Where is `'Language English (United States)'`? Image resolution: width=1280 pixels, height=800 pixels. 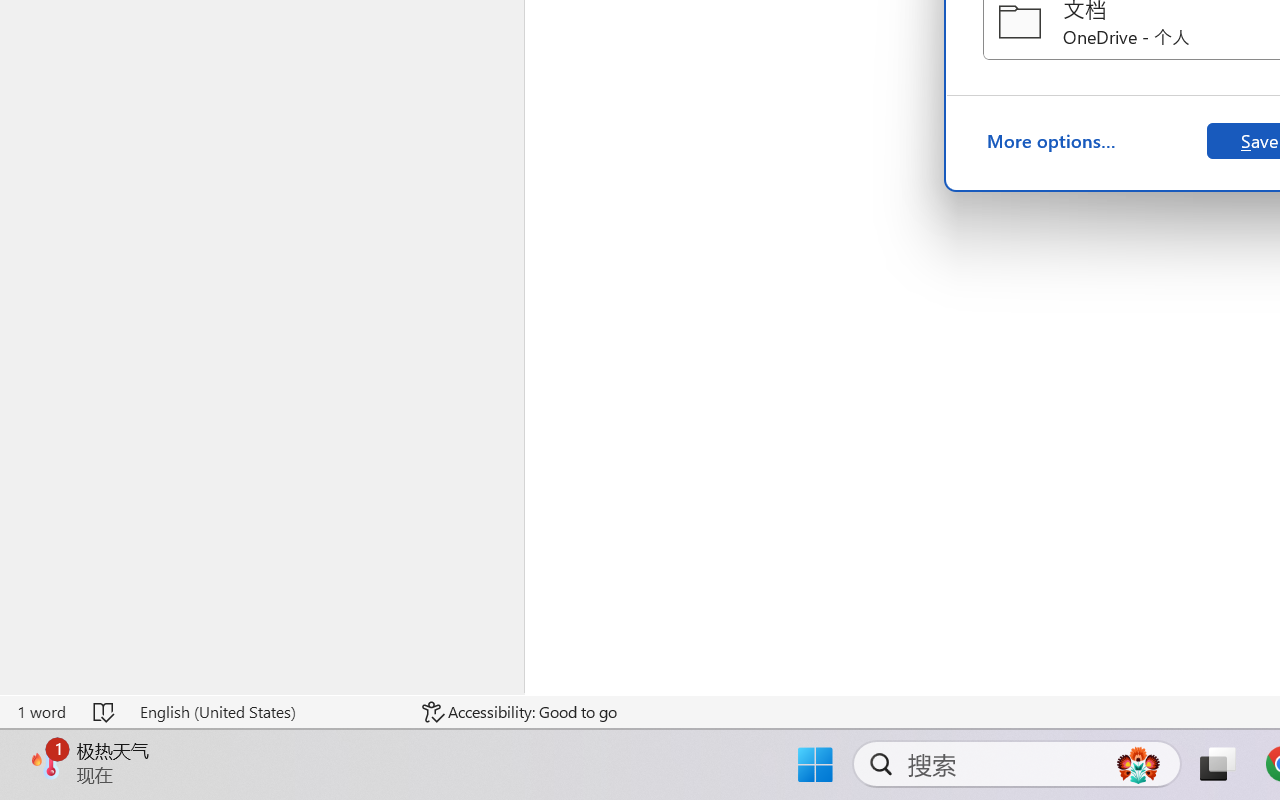
'Language English (United States)' is located at coordinates (266, 711).